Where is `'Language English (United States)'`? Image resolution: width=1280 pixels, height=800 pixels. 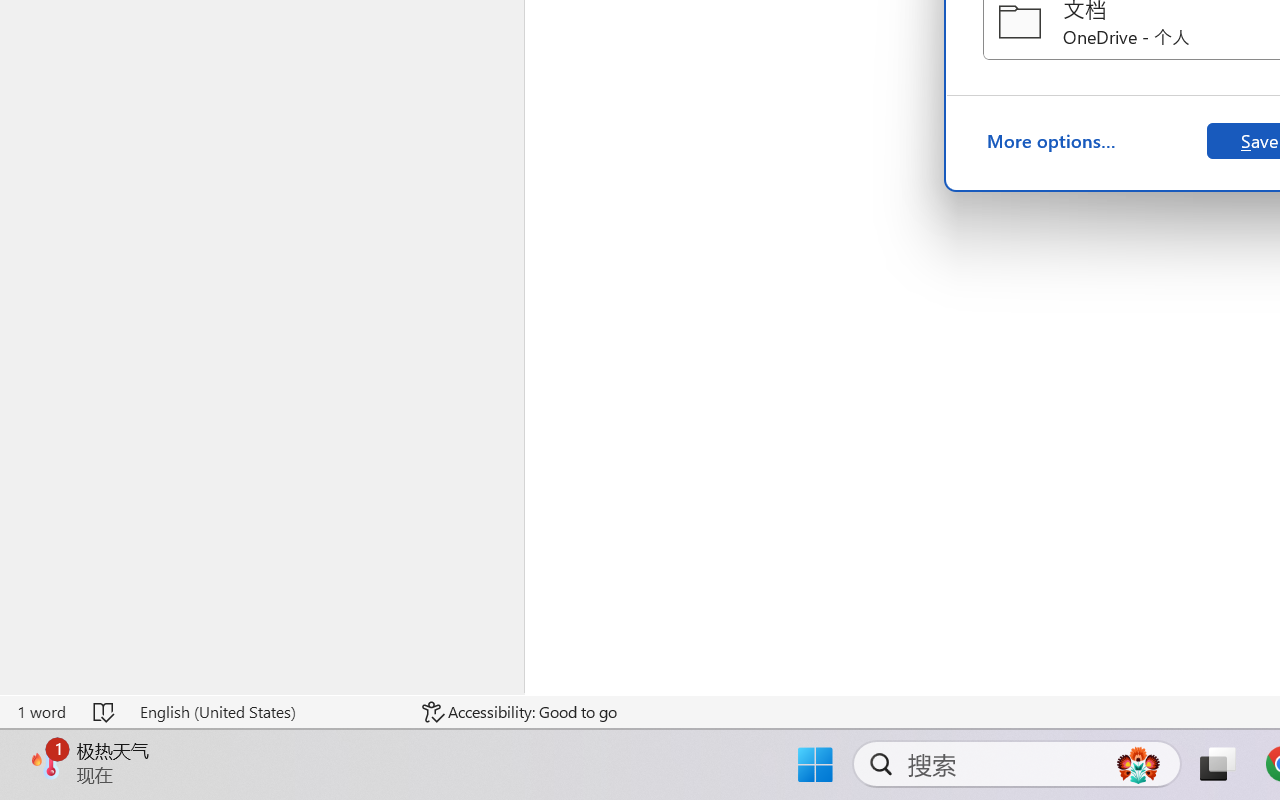
'Language English (United States)' is located at coordinates (266, 711).